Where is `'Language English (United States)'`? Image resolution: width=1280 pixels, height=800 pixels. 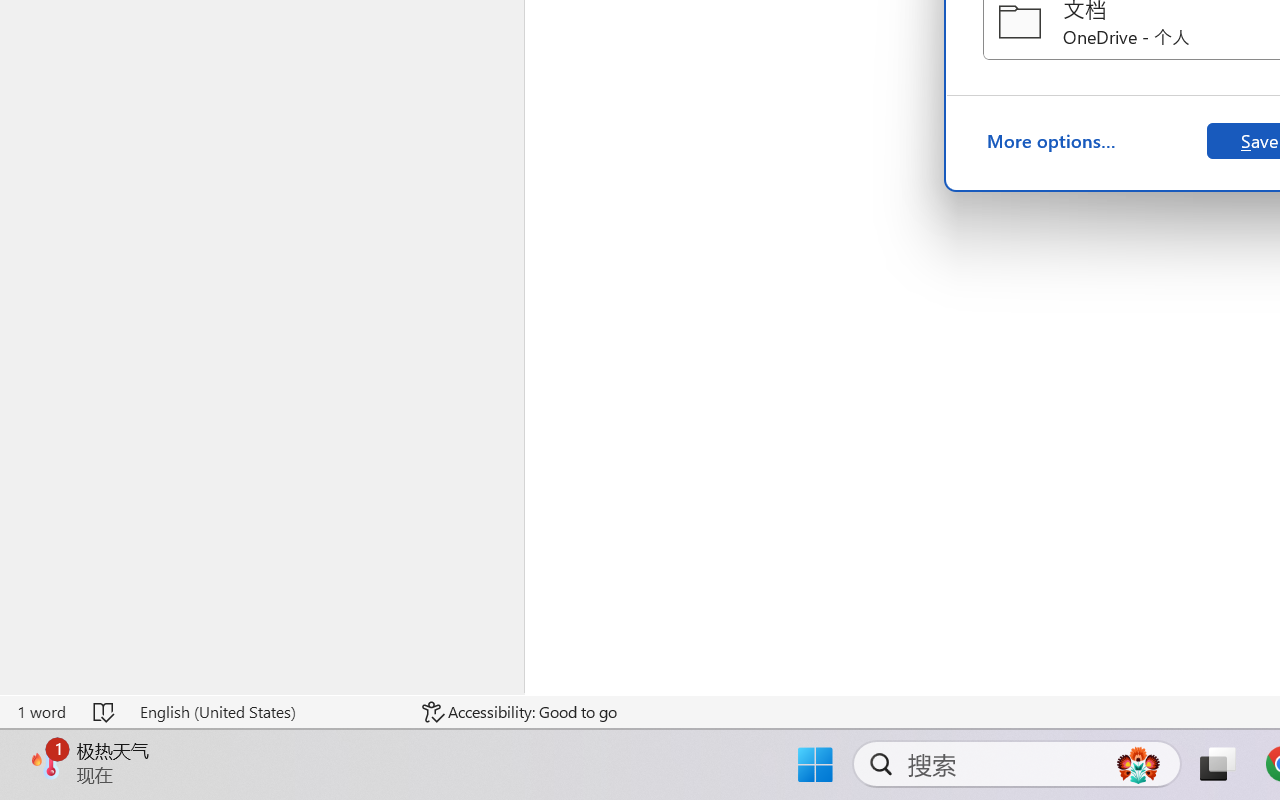
'Language English (United States)' is located at coordinates (266, 711).